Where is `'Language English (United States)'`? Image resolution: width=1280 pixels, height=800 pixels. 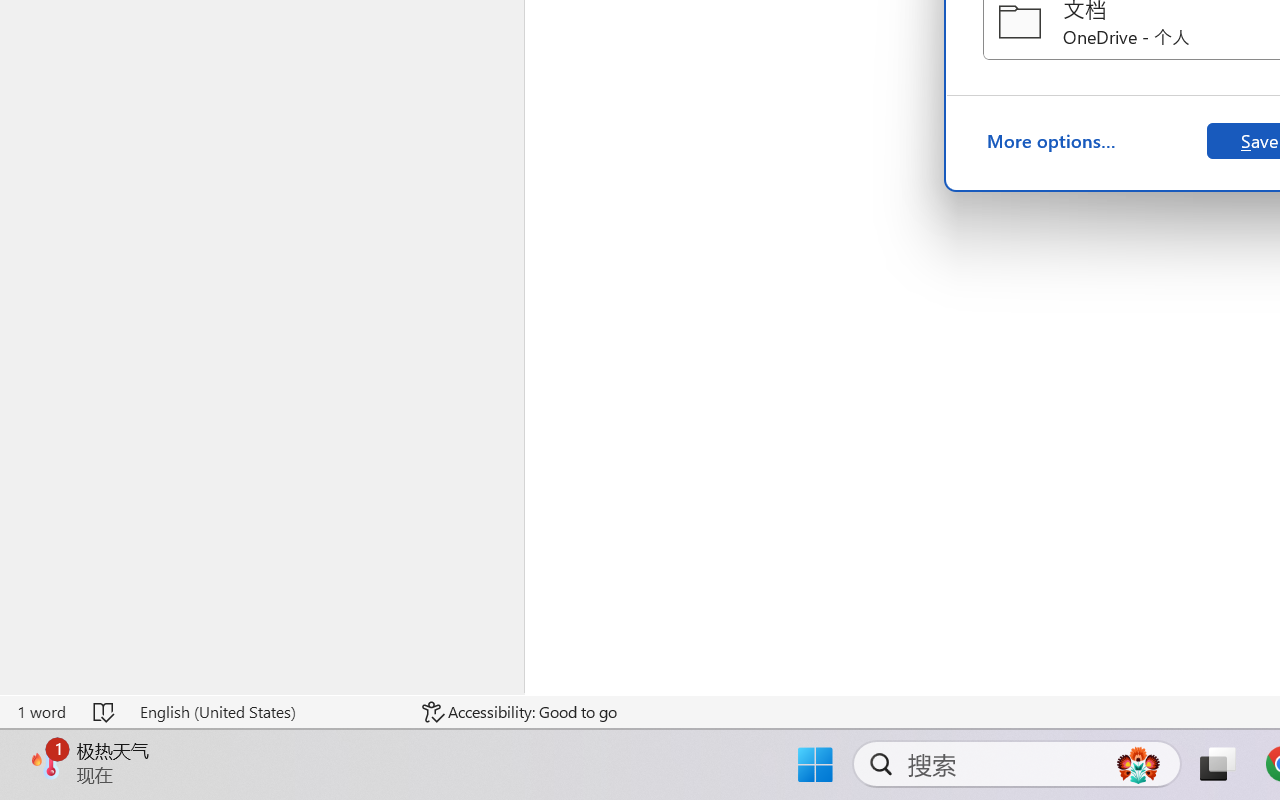
'Language English (United States)' is located at coordinates (266, 711).